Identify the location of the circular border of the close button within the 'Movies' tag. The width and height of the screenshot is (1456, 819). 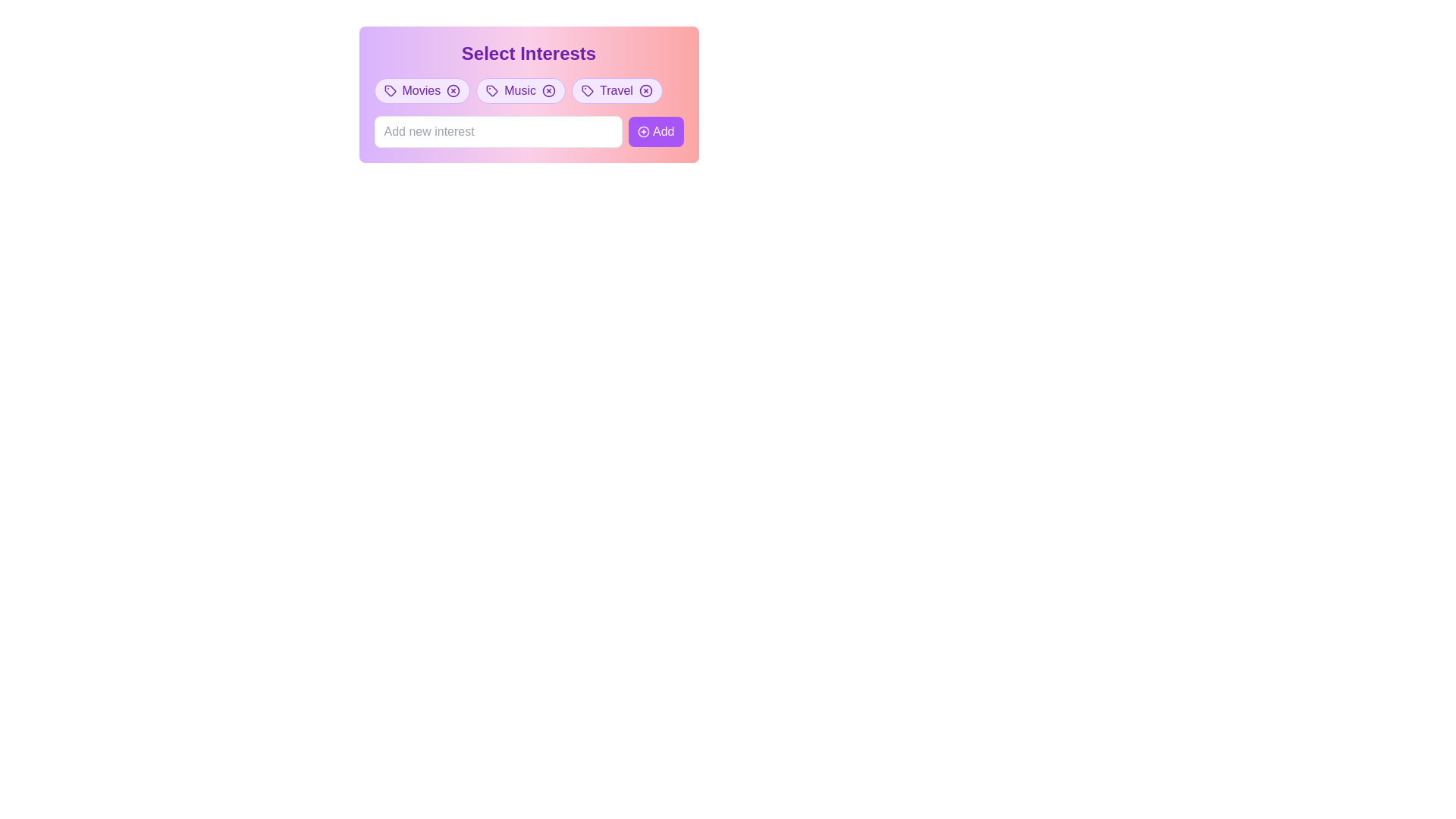
(453, 90).